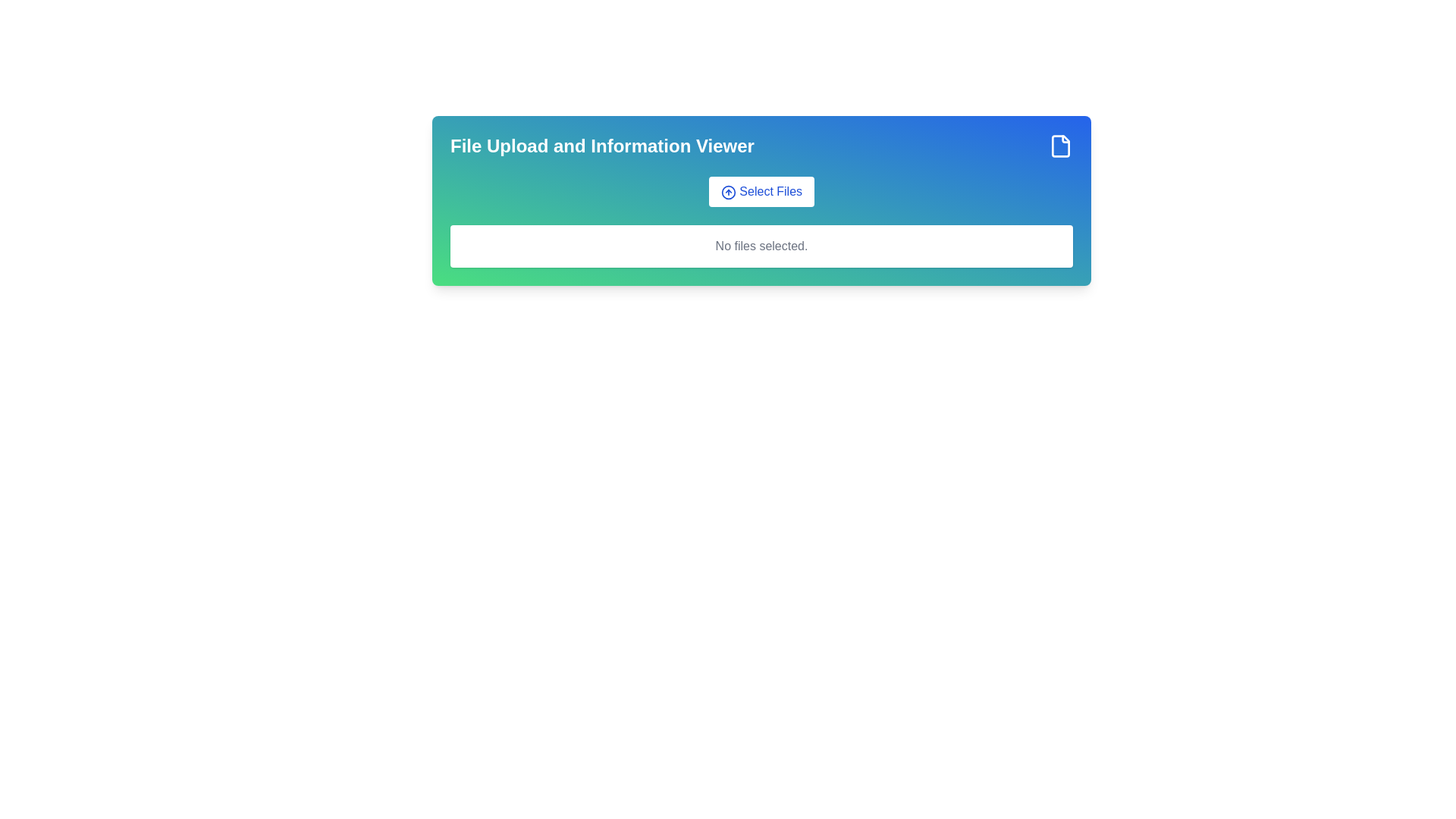 The height and width of the screenshot is (819, 1456). Describe the element at coordinates (1059, 146) in the screenshot. I see `the SVG file icon located in the top-right area of the header bar labeled 'File Upload and Information Viewer' to invoke a related action` at that location.